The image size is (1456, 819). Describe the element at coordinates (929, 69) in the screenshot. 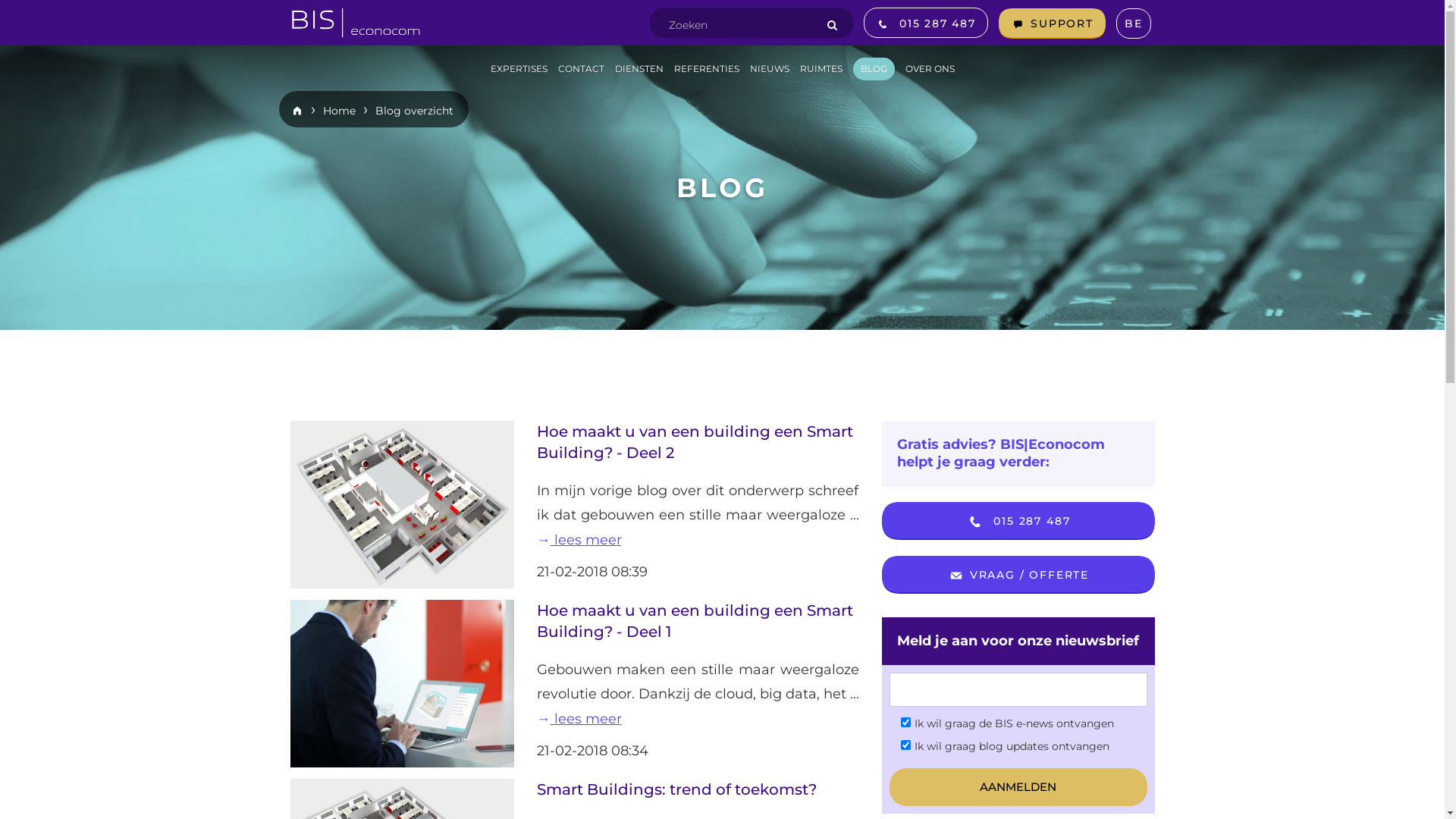

I see `'OVER ONS'` at that location.